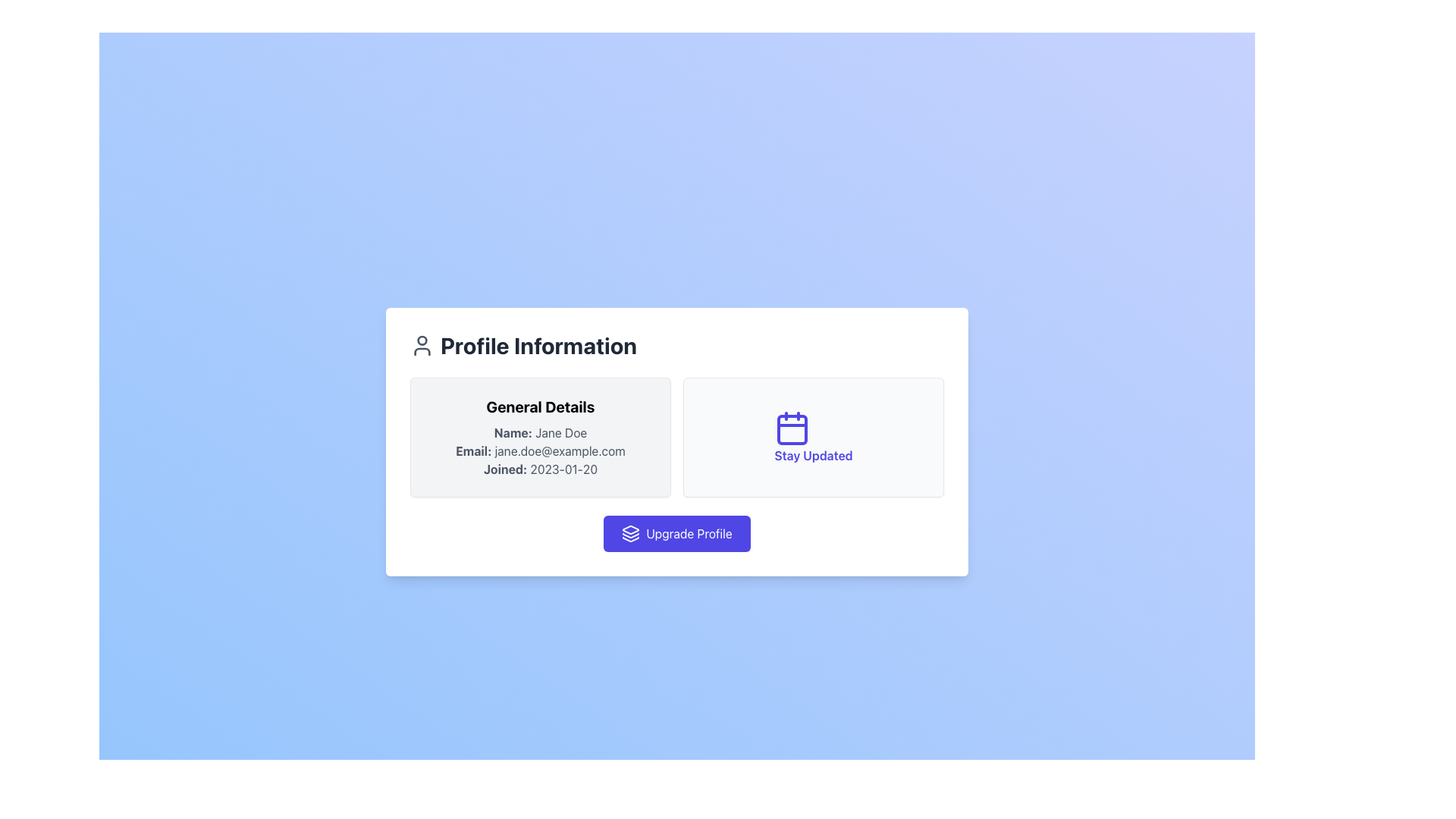  Describe the element at coordinates (676, 533) in the screenshot. I see `the upgrade profile button located at the bottom of the 'Profile Information' section for keyboard navigation` at that location.